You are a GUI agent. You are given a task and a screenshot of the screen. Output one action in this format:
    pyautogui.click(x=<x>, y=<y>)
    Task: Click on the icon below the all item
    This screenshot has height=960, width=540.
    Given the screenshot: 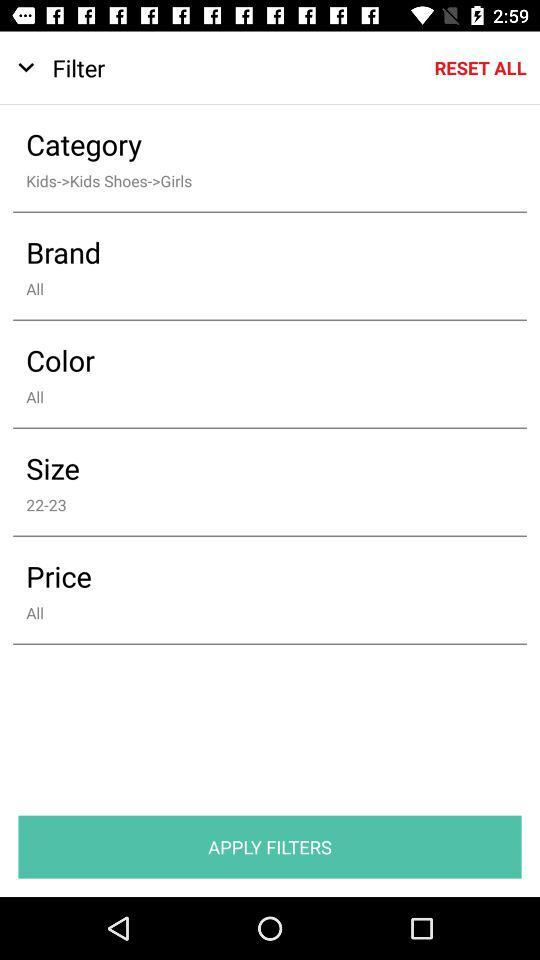 What is the action you would take?
    pyautogui.click(x=270, y=846)
    